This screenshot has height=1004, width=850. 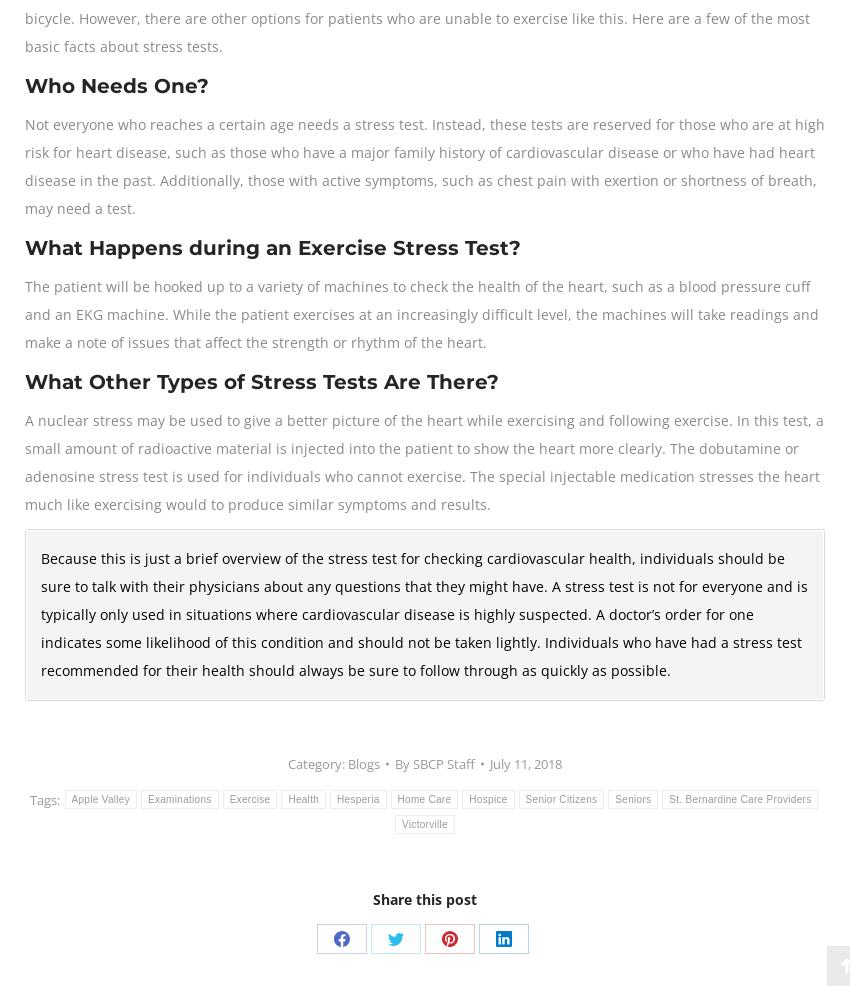 I want to click on 'Senior Citizens', so click(x=561, y=799).